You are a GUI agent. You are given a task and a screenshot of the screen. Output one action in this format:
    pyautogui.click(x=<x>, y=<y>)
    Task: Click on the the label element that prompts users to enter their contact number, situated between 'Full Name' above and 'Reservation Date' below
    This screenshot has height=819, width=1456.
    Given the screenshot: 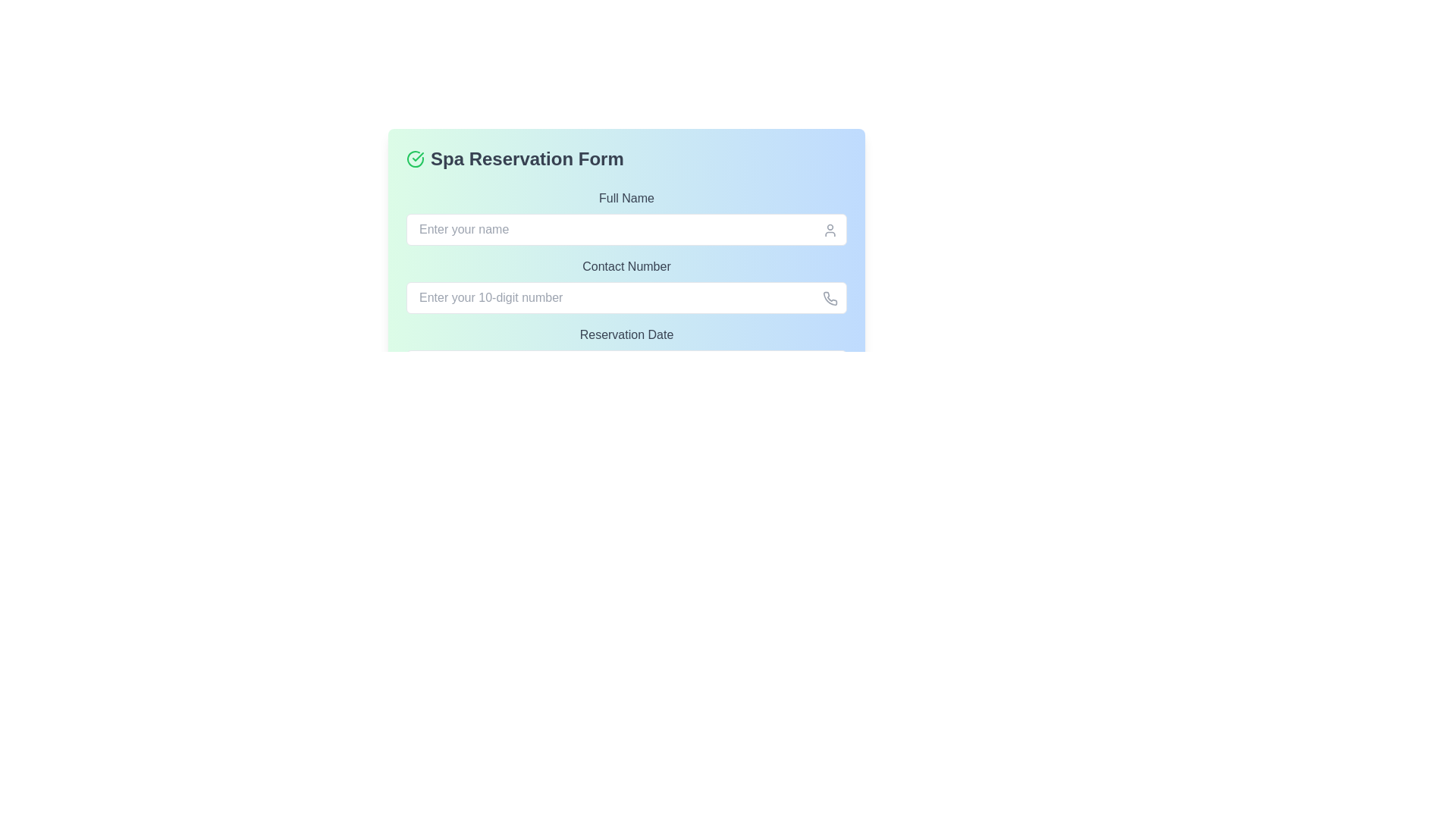 What is the action you would take?
    pyautogui.click(x=626, y=286)
    